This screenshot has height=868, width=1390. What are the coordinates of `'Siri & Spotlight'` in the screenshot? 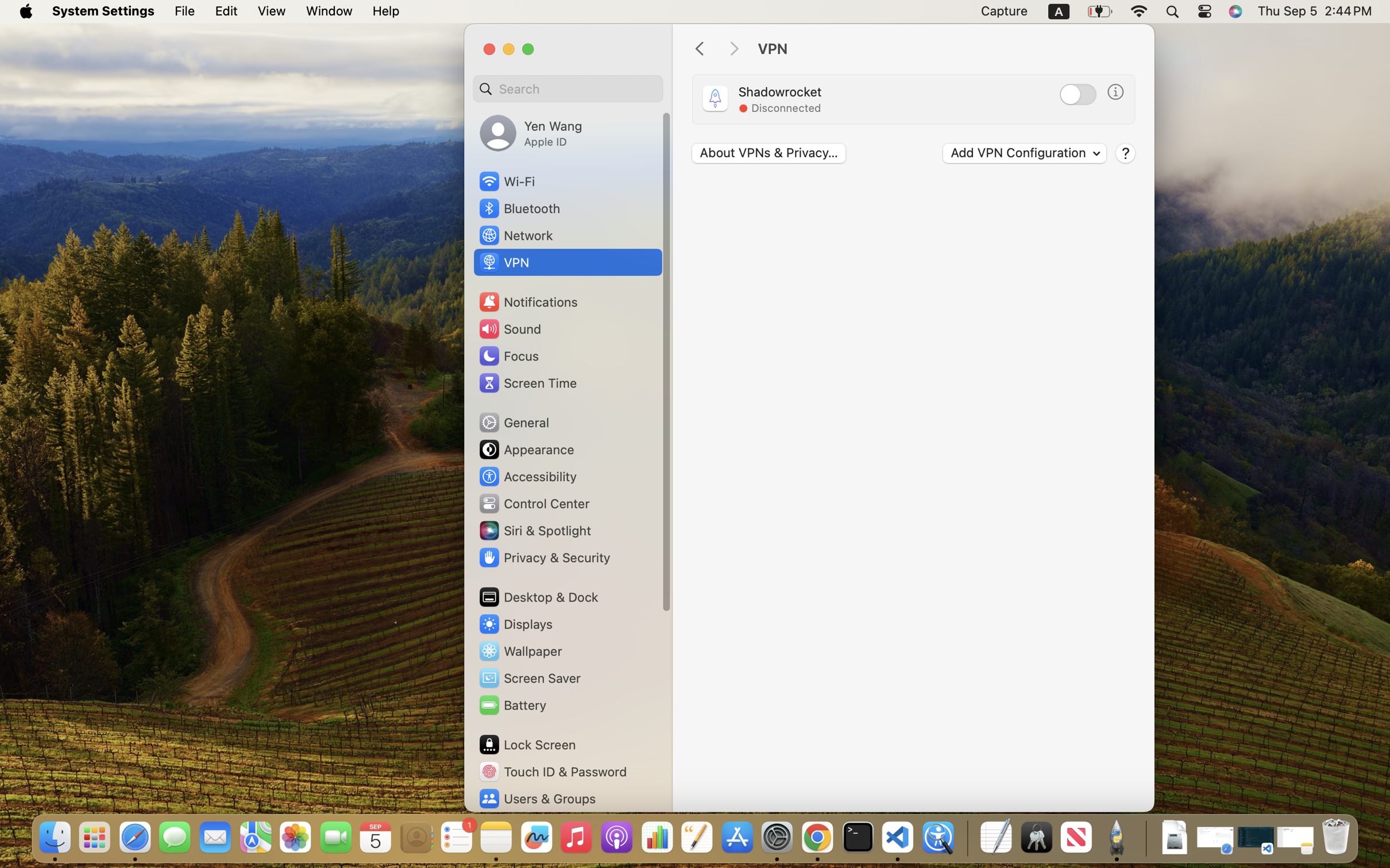 It's located at (534, 529).